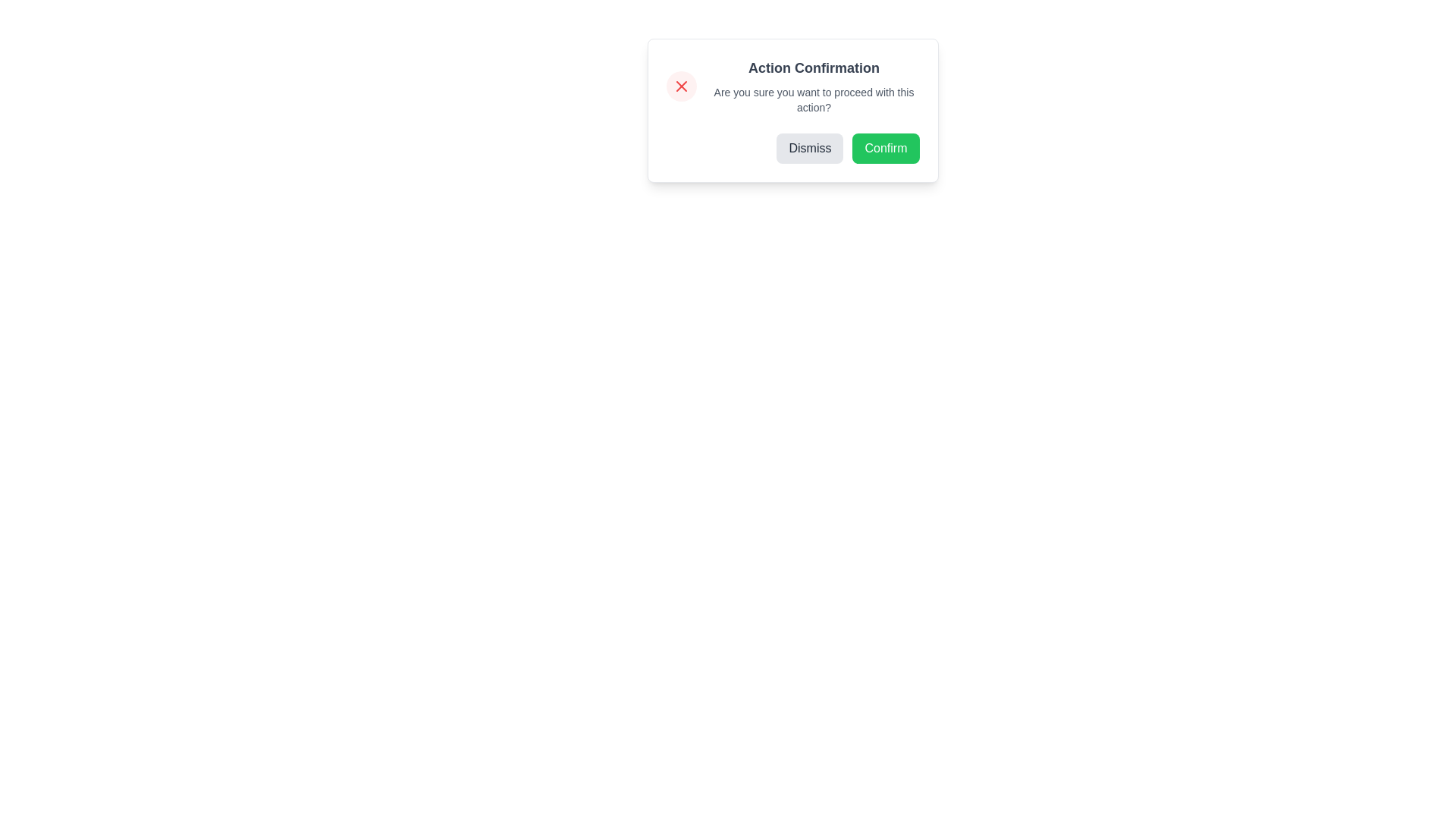 This screenshot has height=819, width=1456. I want to click on the text label displaying the message 'Are you sure you want to proceed with this action?' located beneath the heading 'Action Confirmation' in the modal dialog, so click(813, 99).